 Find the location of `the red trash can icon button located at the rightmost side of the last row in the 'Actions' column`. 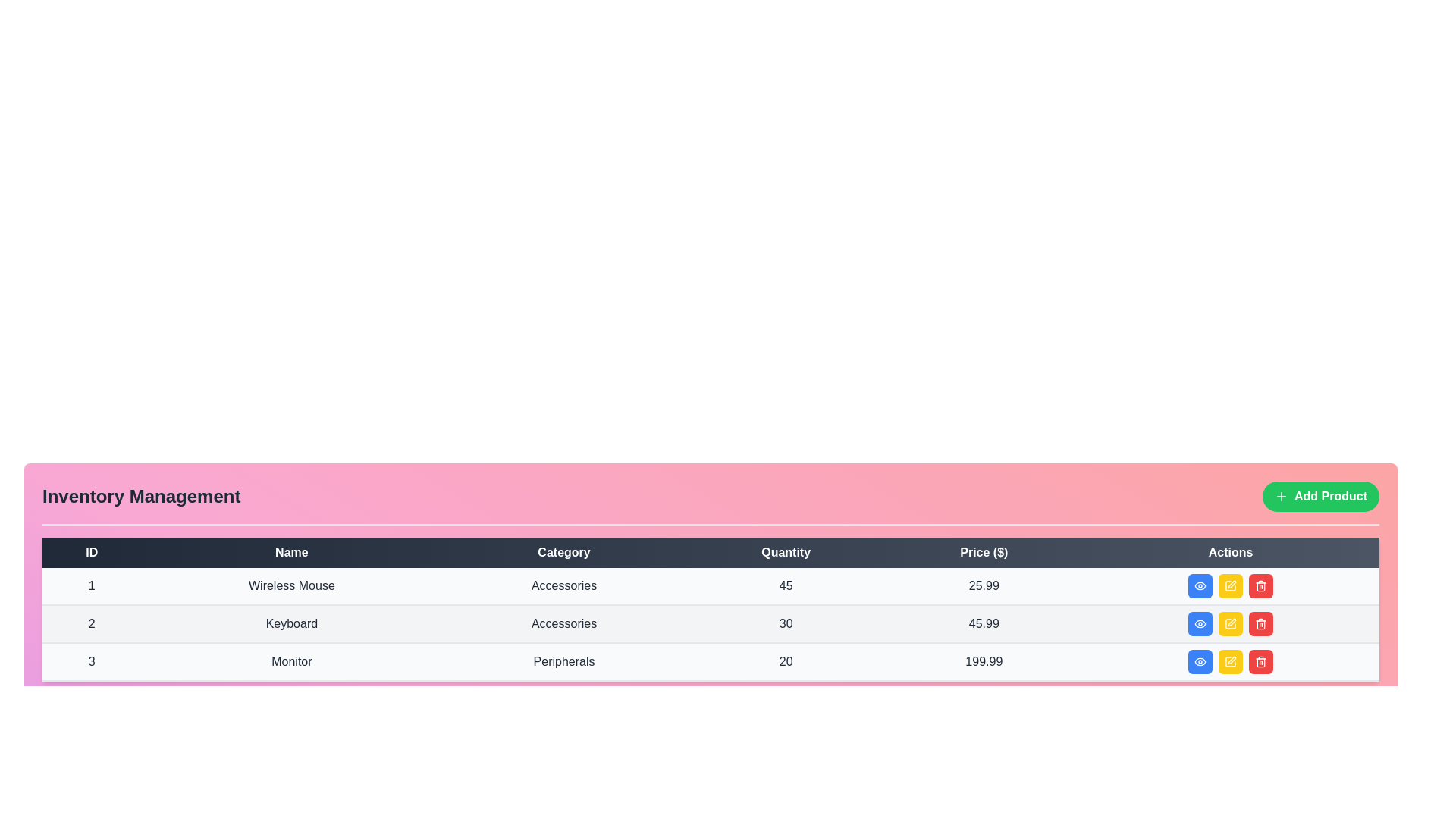

the red trash can icon button located at the rightmost side of the last row in the 'Actions' column is located at coordinates (1261, 623).